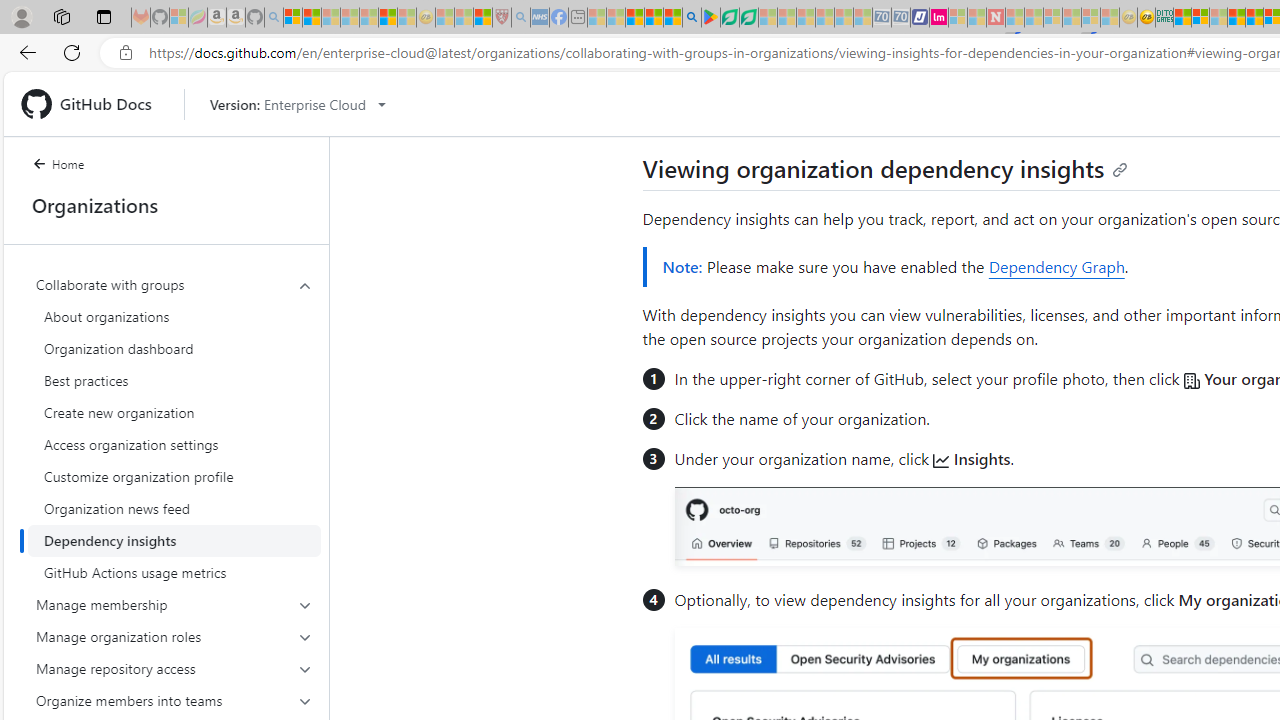 The height and width of the screenshot is (720, 1280). What do you see at coordinates (174, 603) in the screenshot?
I see `'Manage membership'` at bounding box center [174, 603].